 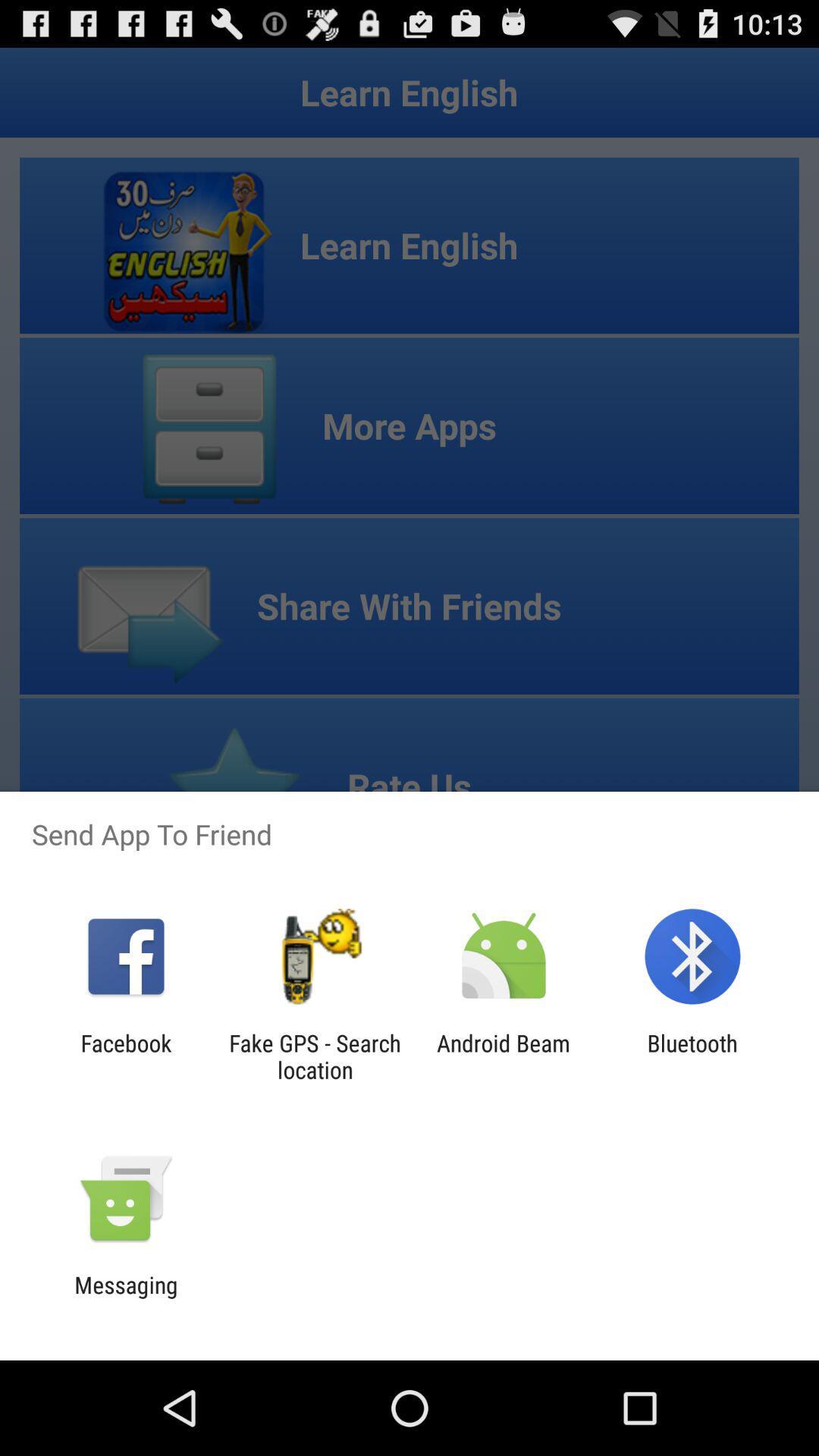 I want to click on icon to the left of the android beam app, so click(x=314, y=1056).